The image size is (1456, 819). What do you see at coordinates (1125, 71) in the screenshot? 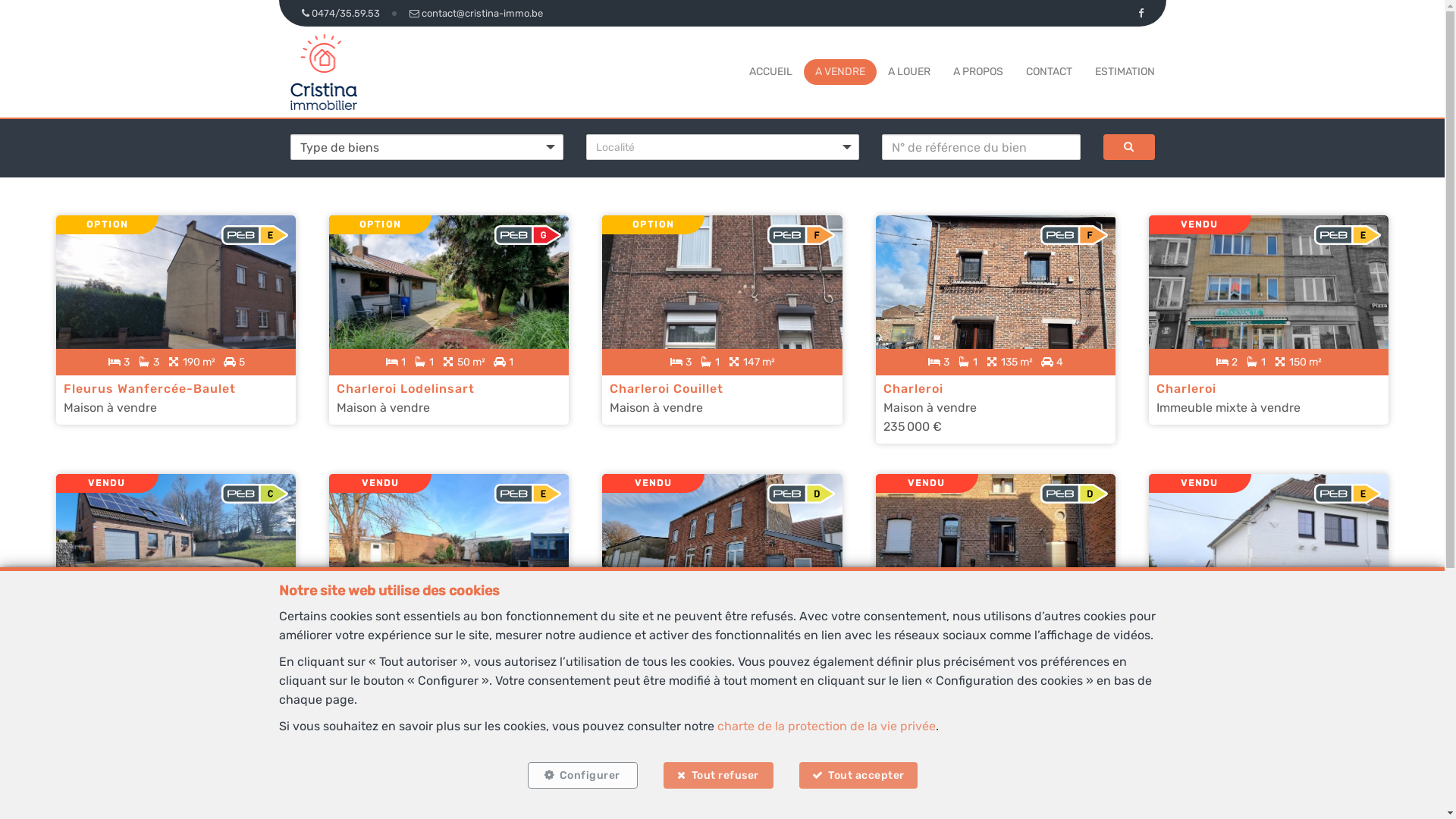
I see `'ESTIMATION'` at bounding box center [1125, 71].